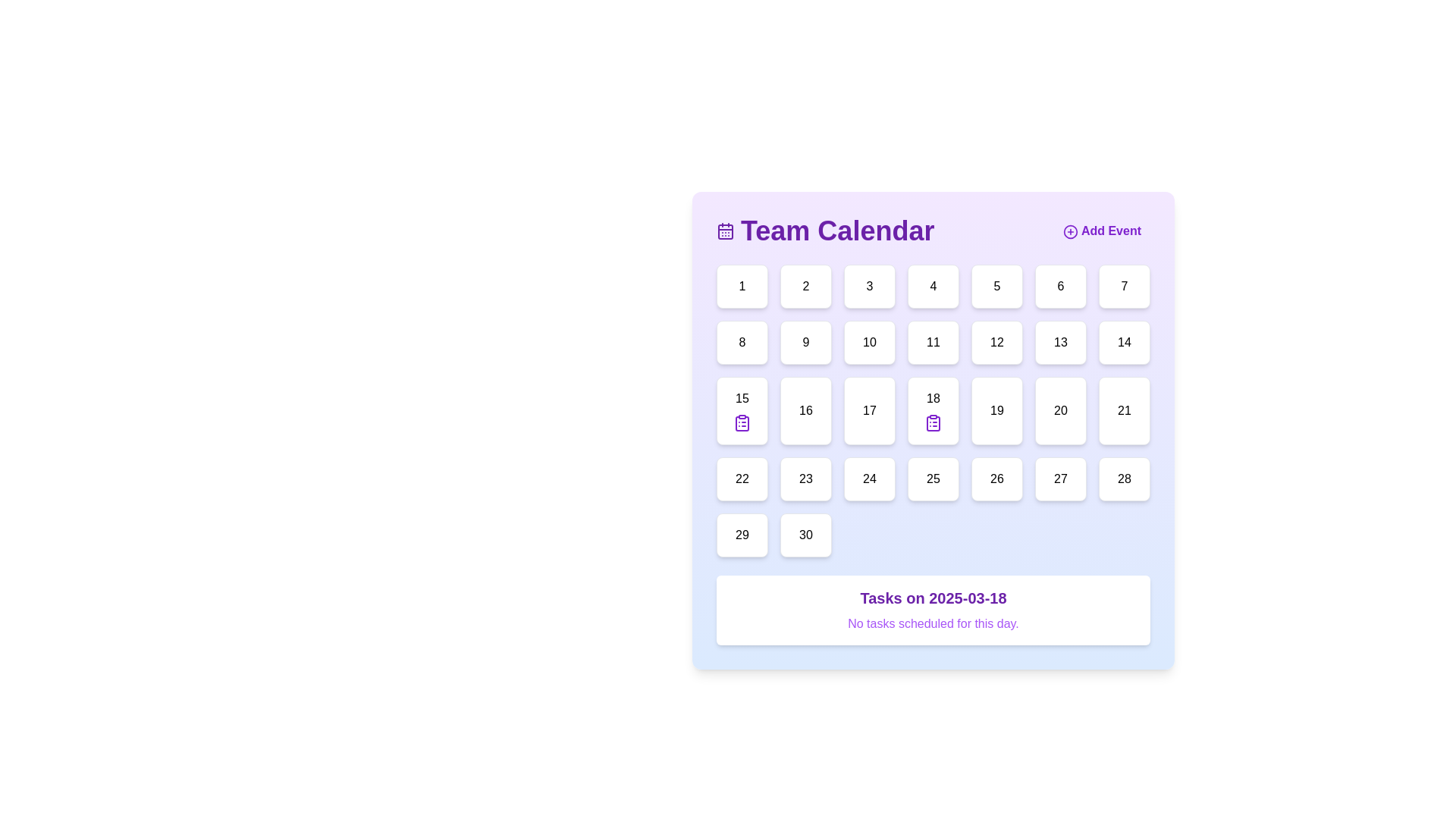  What do you see at coordinates (805, 411) in the screenshot?
I see `the button labeled '16' located under the header 'Team Calendar' in the third row and second column of the grid` at bounding box center [805, 411].